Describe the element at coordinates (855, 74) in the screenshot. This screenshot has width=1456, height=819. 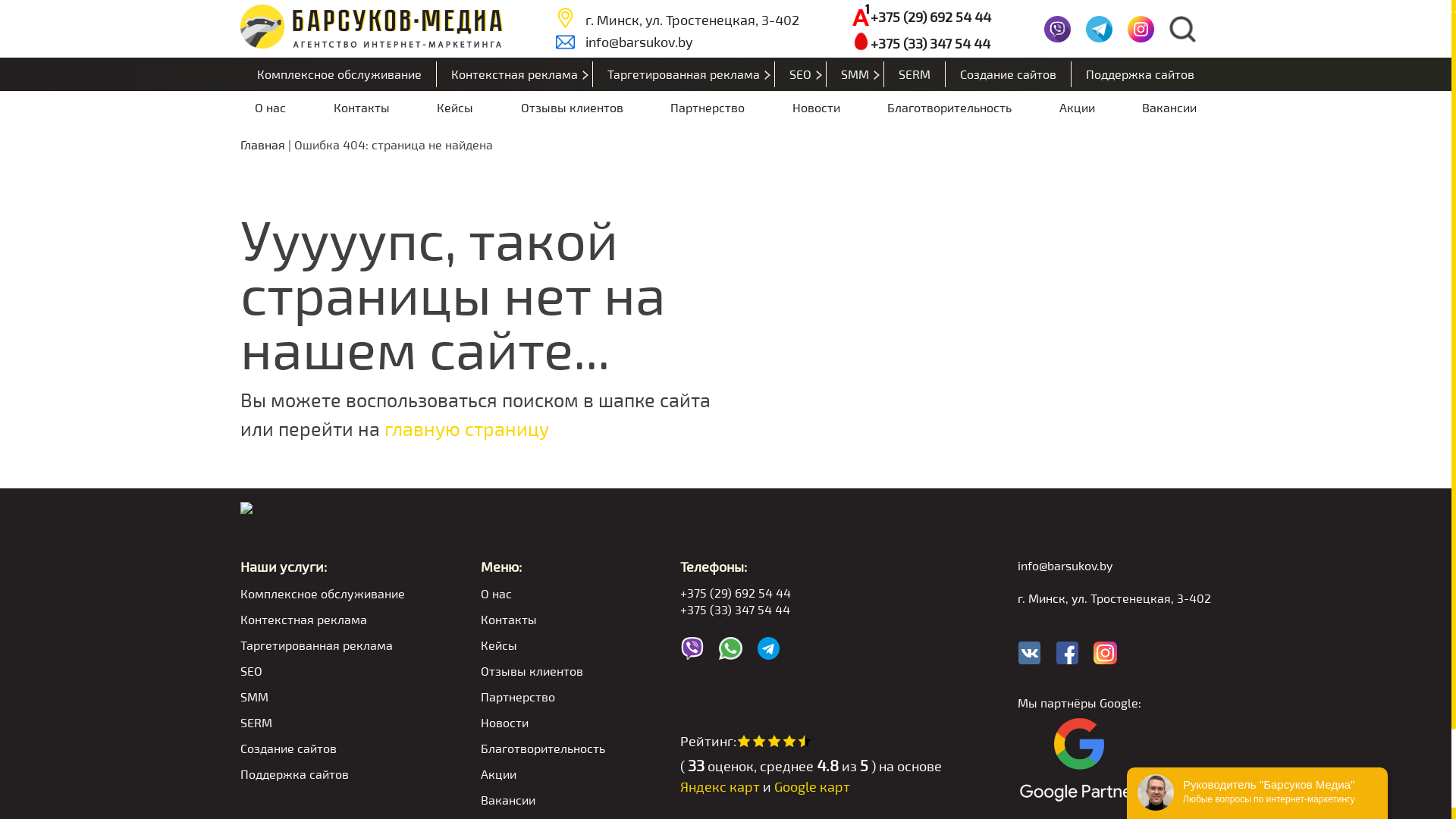
I see `'SMM'` at that location.